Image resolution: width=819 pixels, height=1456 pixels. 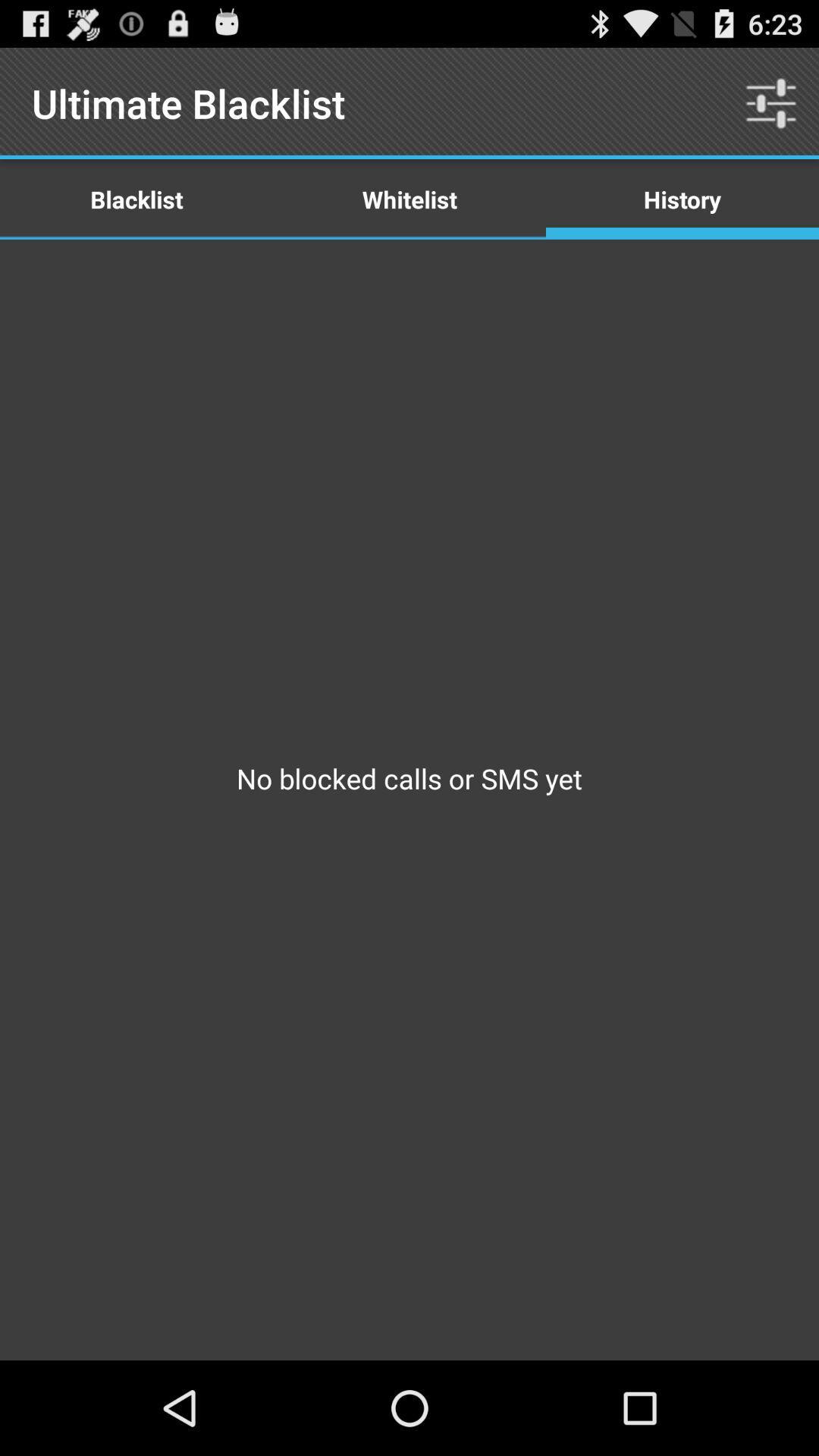 What do you see at coordinates (771, 102) in the screenshot?
I see `icon above the history` at bounding box center [771, 102].